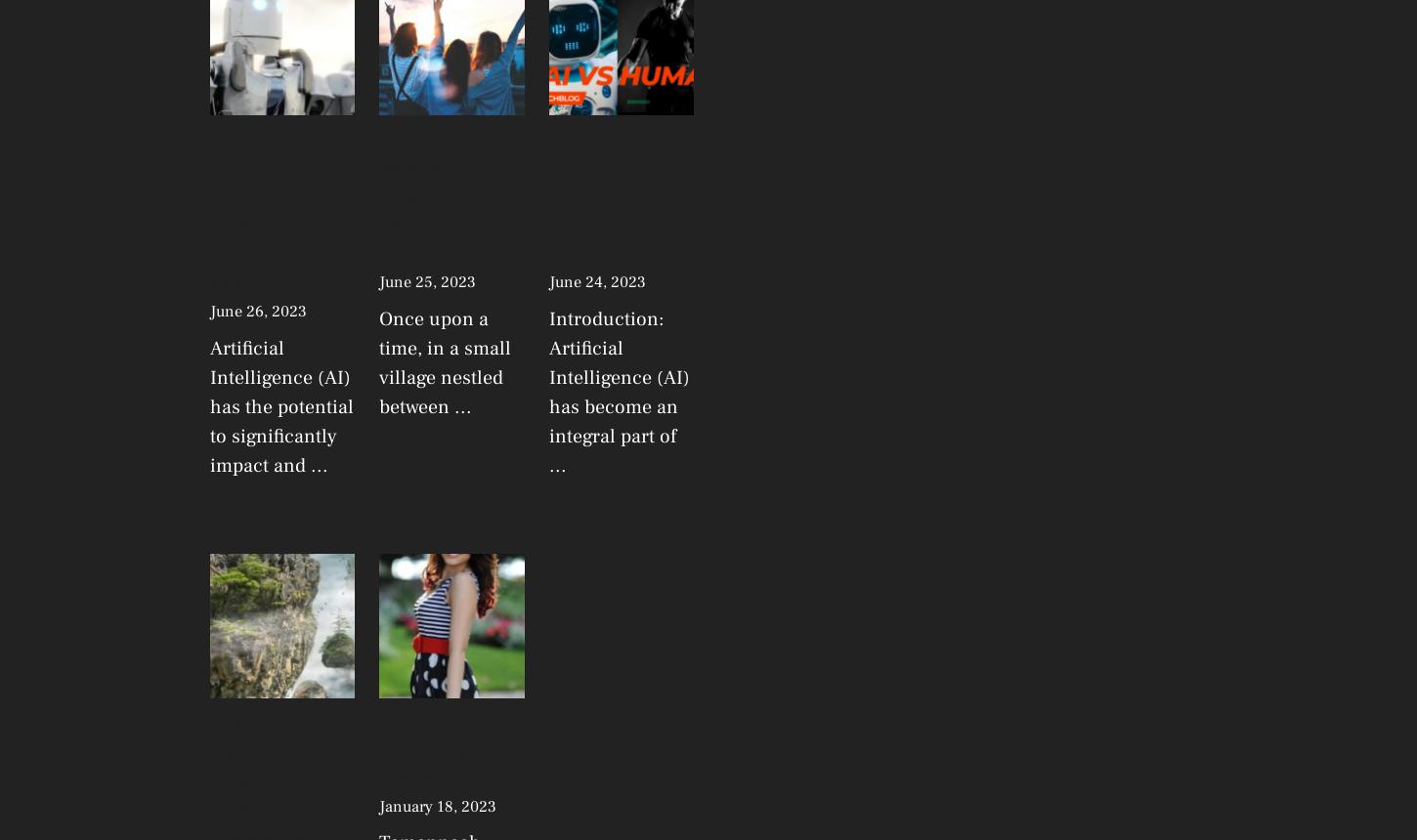 The width and height of the screenshot is (1417, 840). Describe the element at coordinates (281, 404) in the screenshot. I see `'Artificial Intelligence (AI) has the potential to significantly impact and ...'` at that location.